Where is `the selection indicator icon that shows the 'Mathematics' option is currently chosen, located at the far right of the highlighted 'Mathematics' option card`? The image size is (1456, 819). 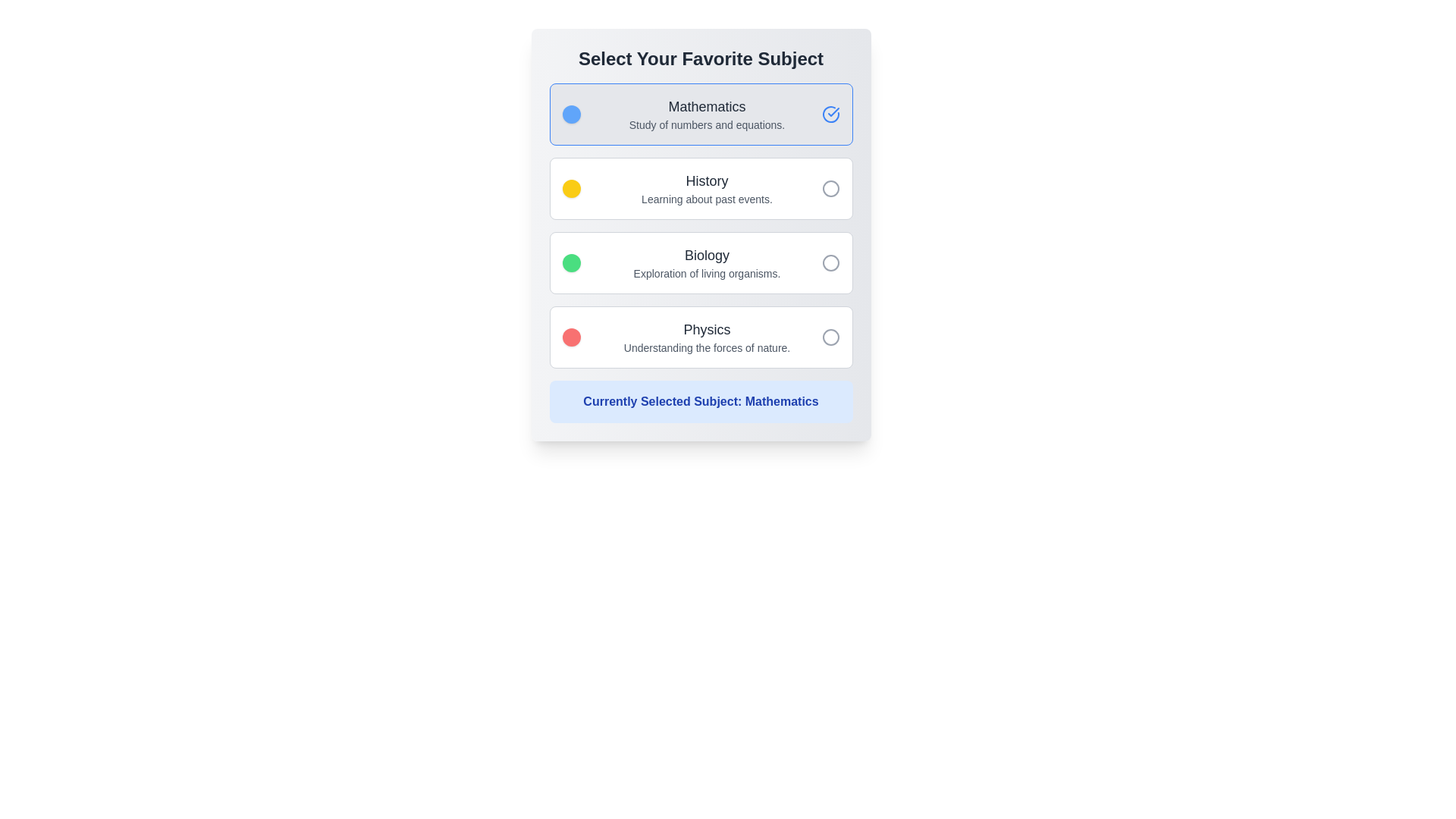
the selection indicator icon that shows the 'Mathematics' option is currently chosen, located at the far right of the highlighted 'Mathematics' option card is located at coordinates (830, 113).